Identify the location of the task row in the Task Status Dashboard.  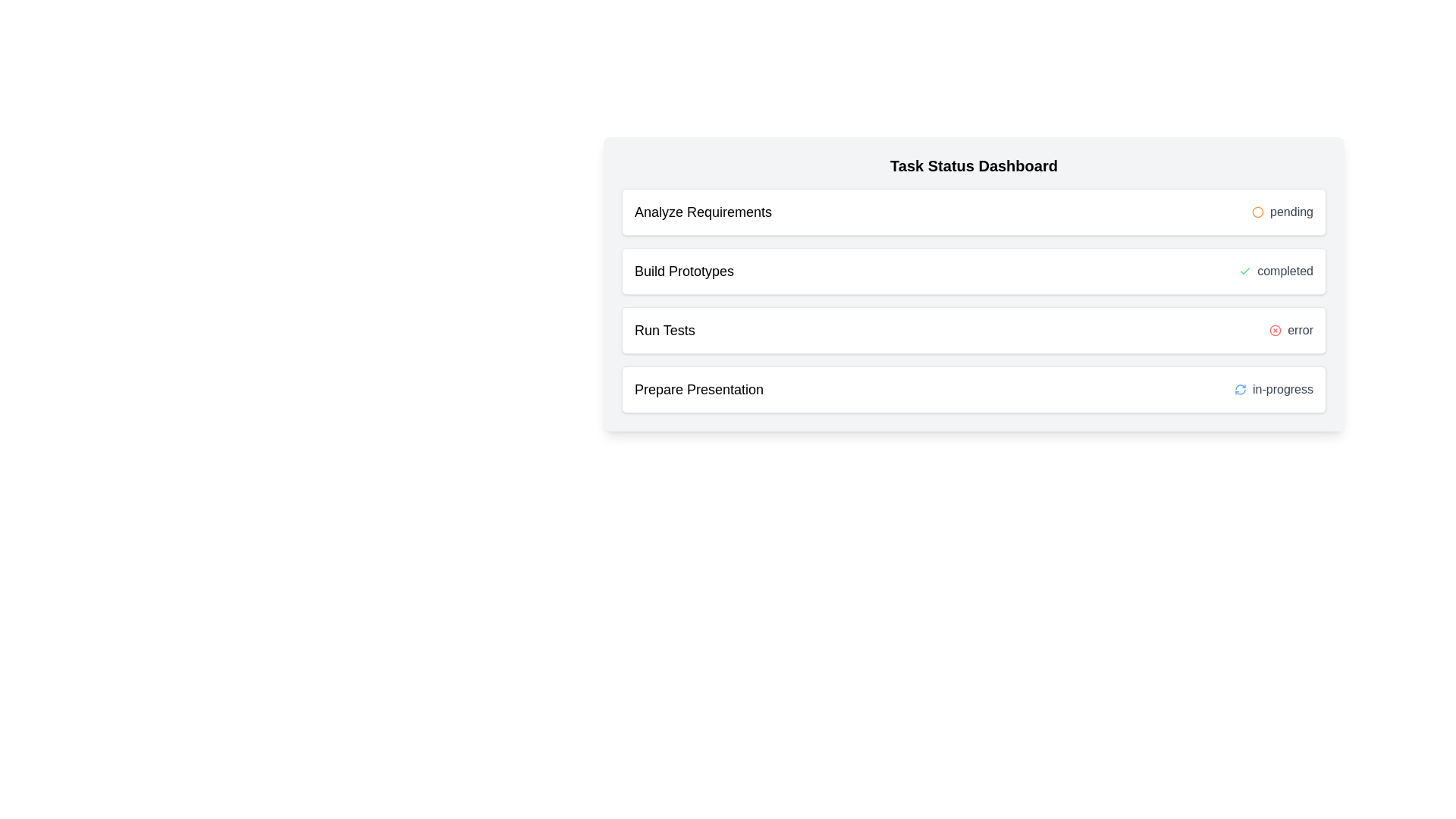
(974, 301).